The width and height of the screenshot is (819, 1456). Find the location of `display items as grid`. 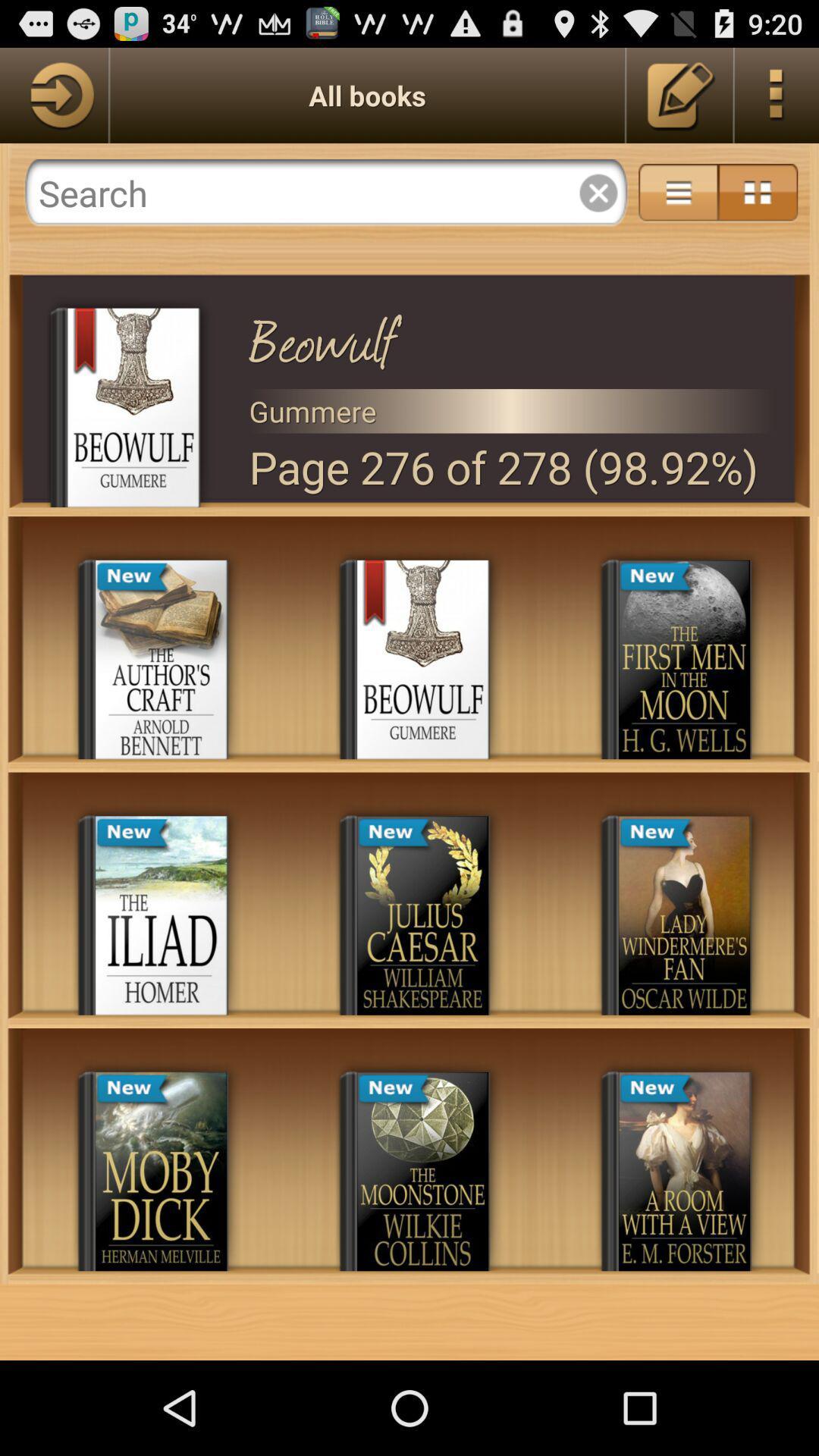

display items as grid is located at coordinates (758, 192).